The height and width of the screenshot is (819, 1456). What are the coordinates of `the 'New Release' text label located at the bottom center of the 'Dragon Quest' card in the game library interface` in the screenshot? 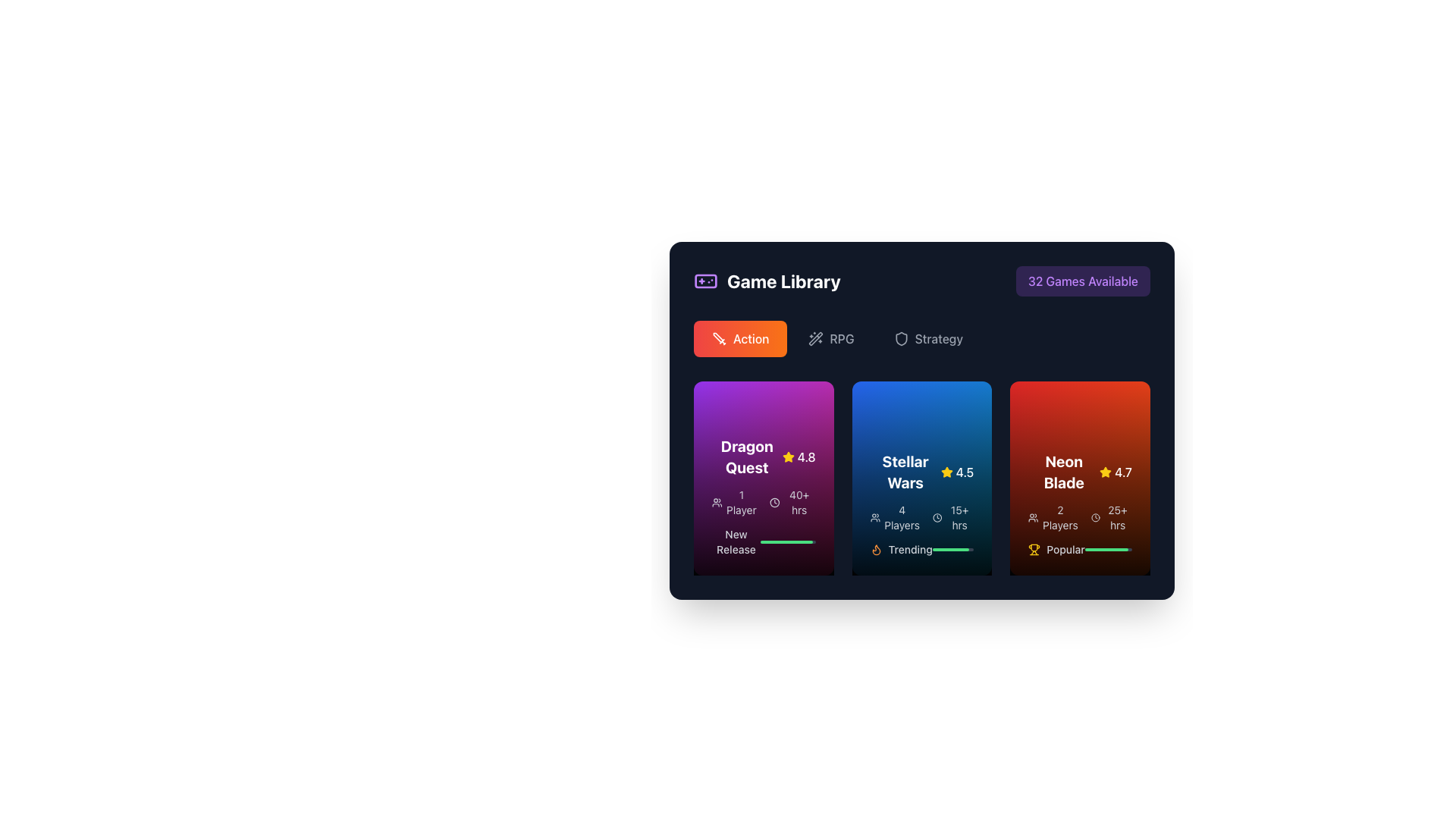 It's located at (736, 541).